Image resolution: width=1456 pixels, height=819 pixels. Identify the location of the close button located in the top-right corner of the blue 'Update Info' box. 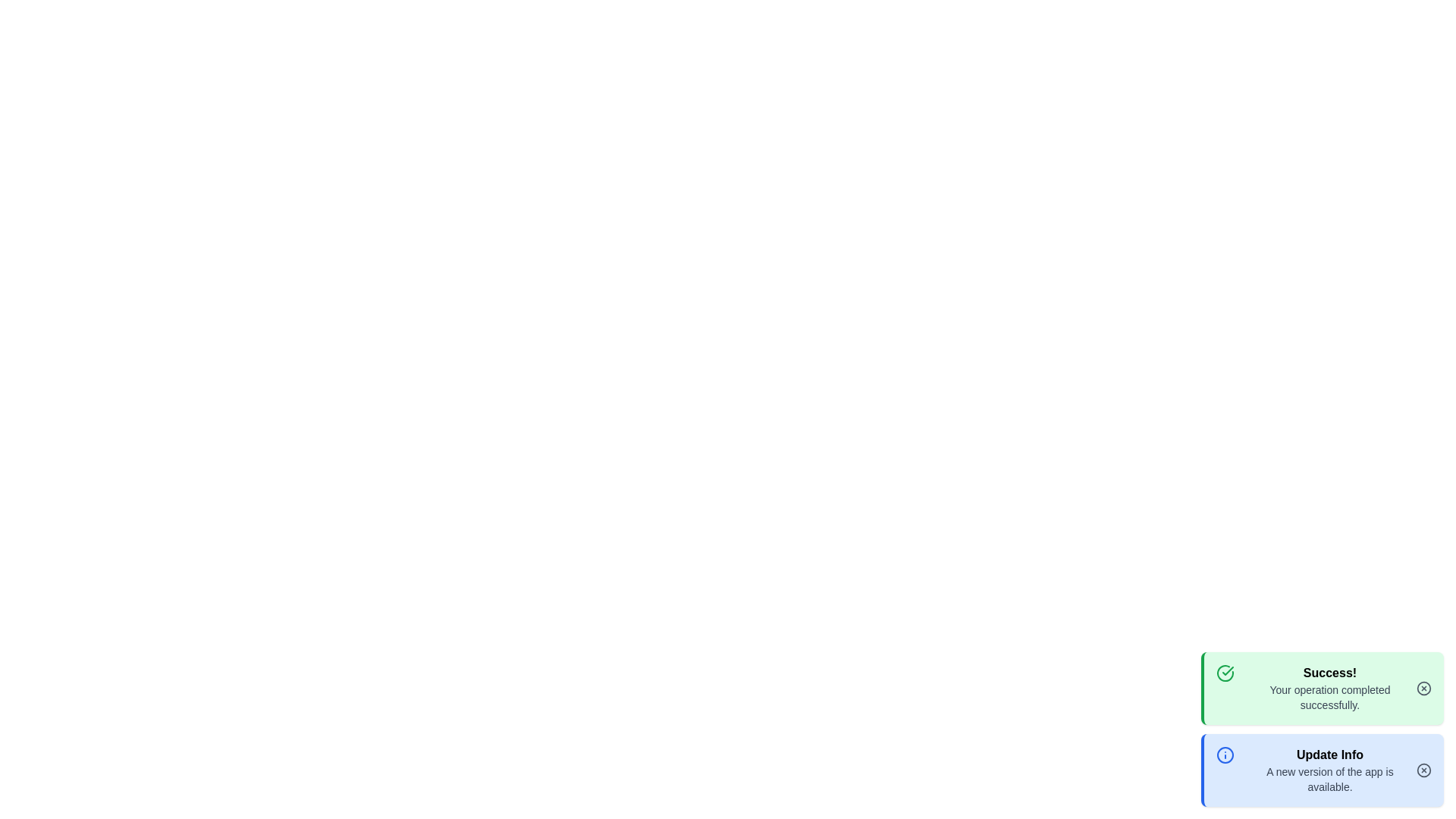
(1423, 770).